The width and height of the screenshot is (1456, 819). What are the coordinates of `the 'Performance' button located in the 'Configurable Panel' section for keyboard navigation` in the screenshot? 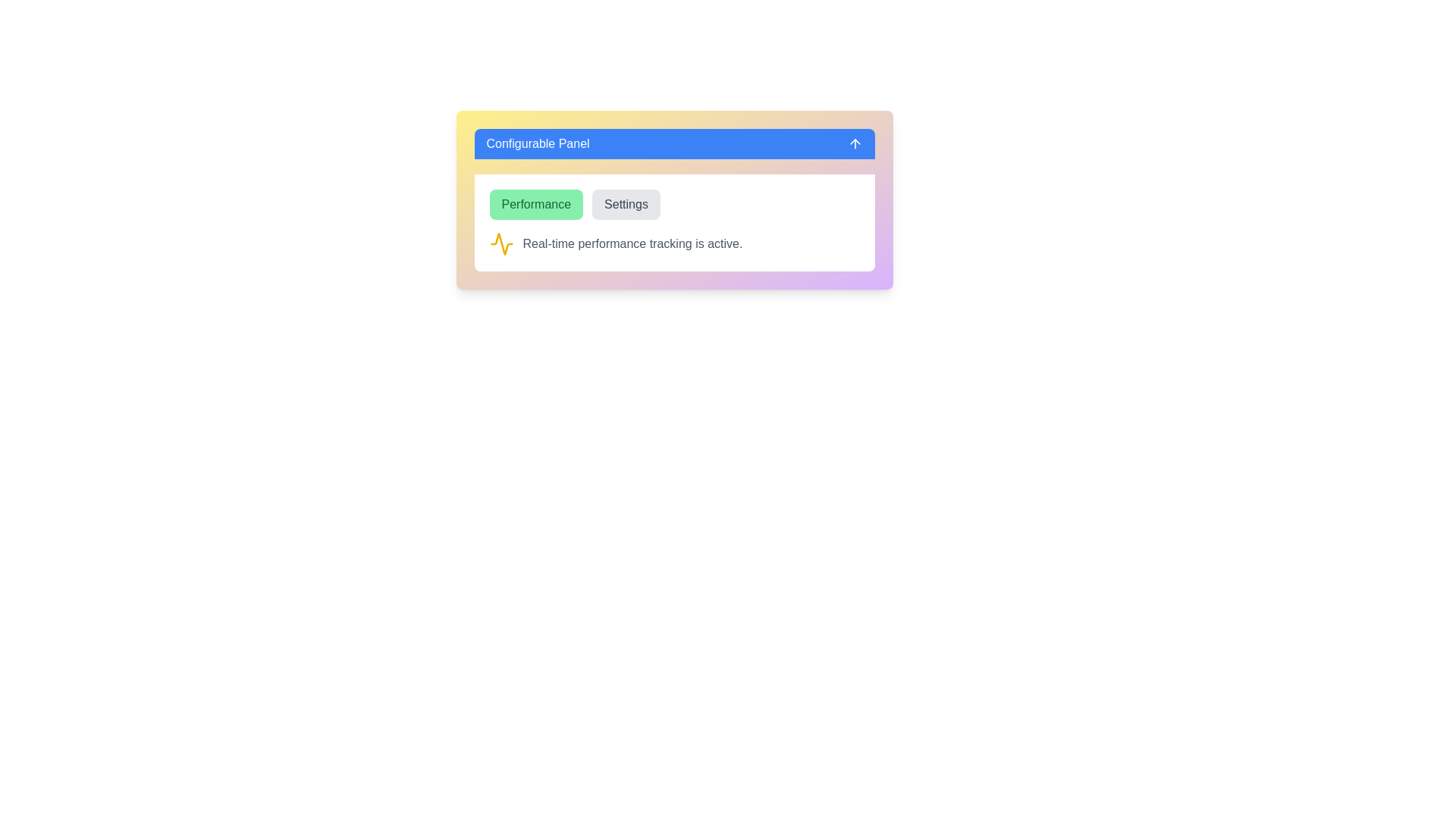 It's located at (536, 205).